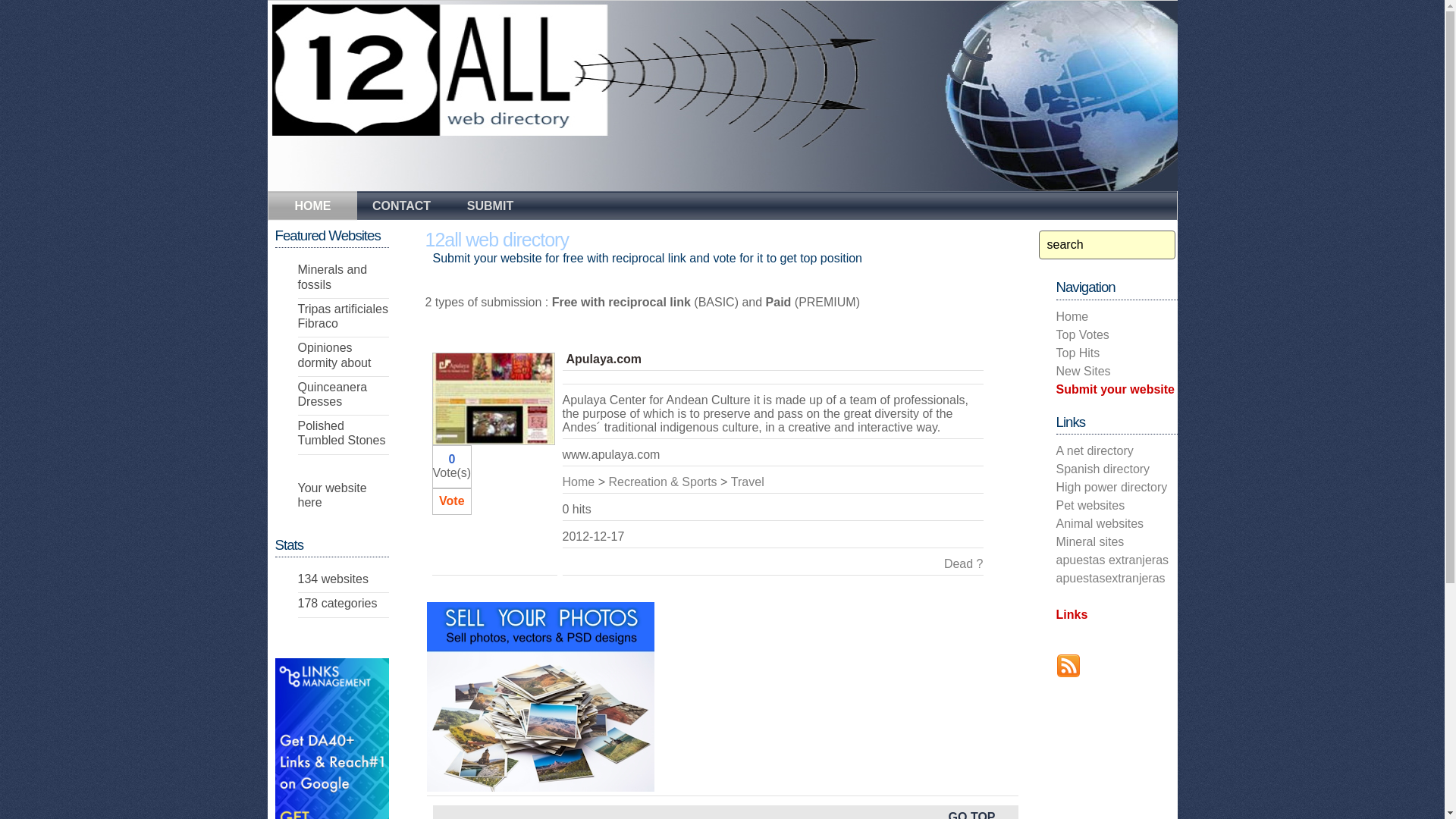 The image size is (1456, 819). I want to click on 'Pet websites', so click(1055, 505).